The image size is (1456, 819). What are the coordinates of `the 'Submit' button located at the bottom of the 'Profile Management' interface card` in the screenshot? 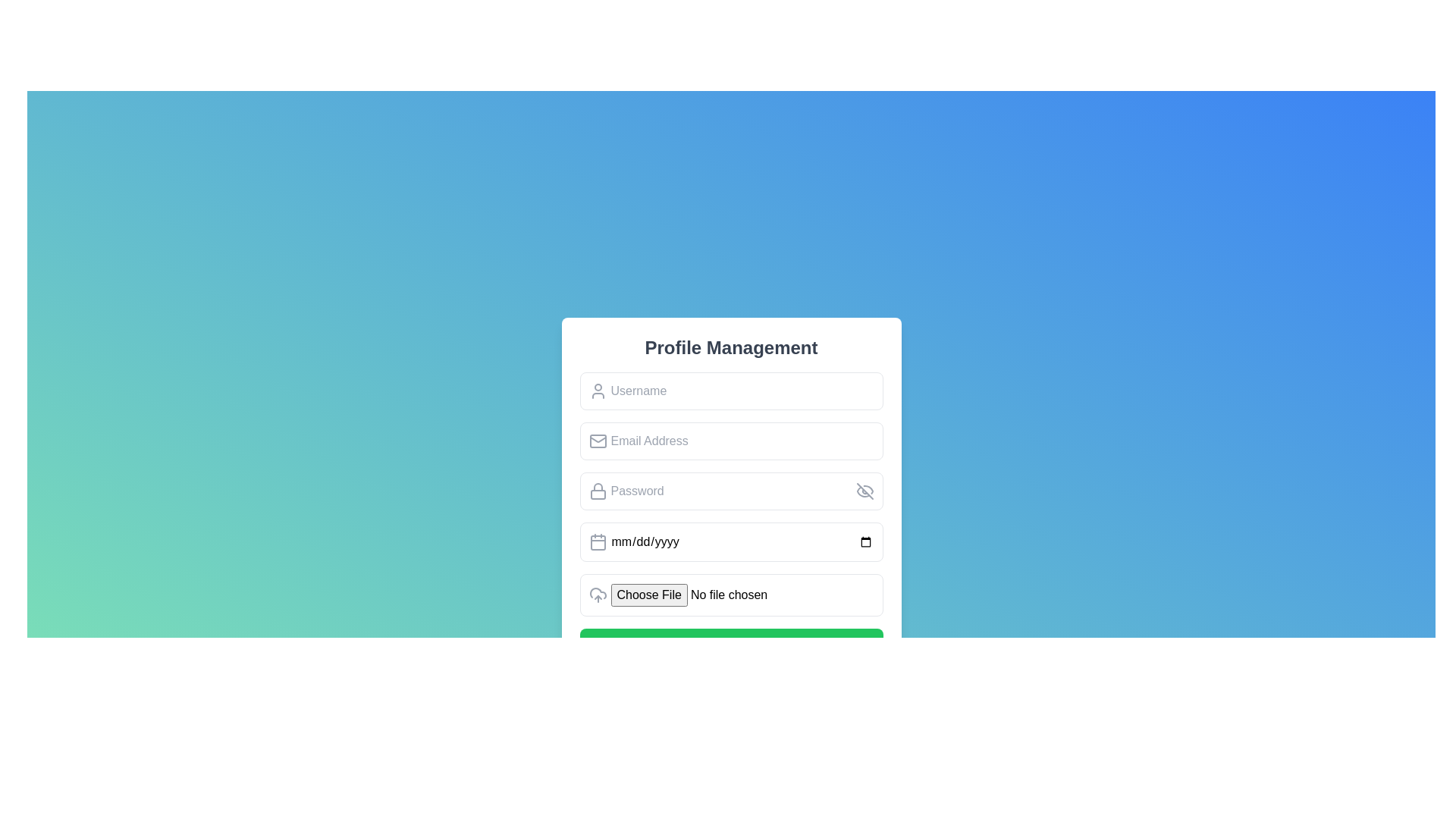 It's located at (731, 646).